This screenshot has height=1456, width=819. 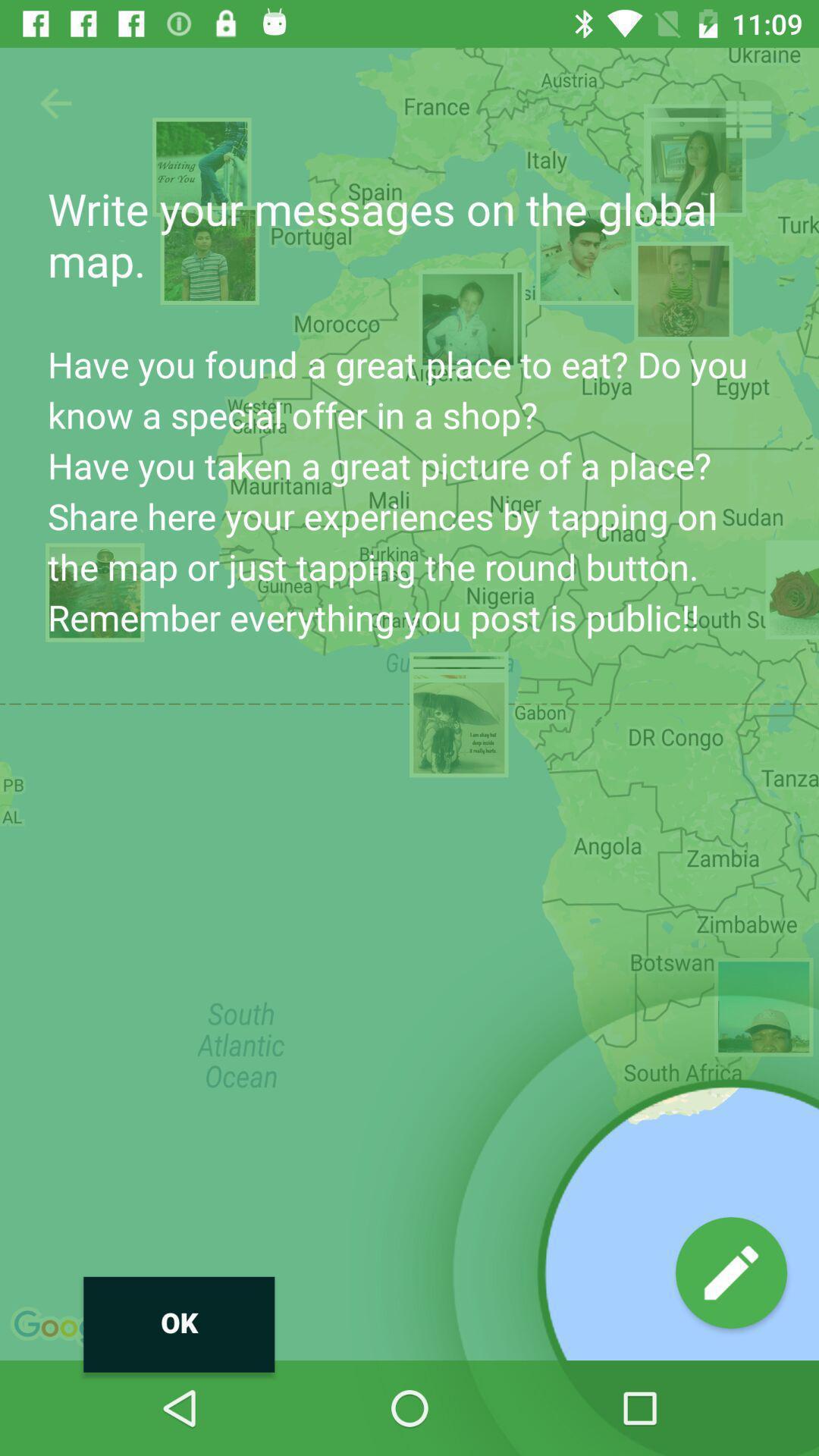 What do you see at coordinates (730, 1272) in the screenshot?
I see `the edit icon` at bounding box center [730, 1272].